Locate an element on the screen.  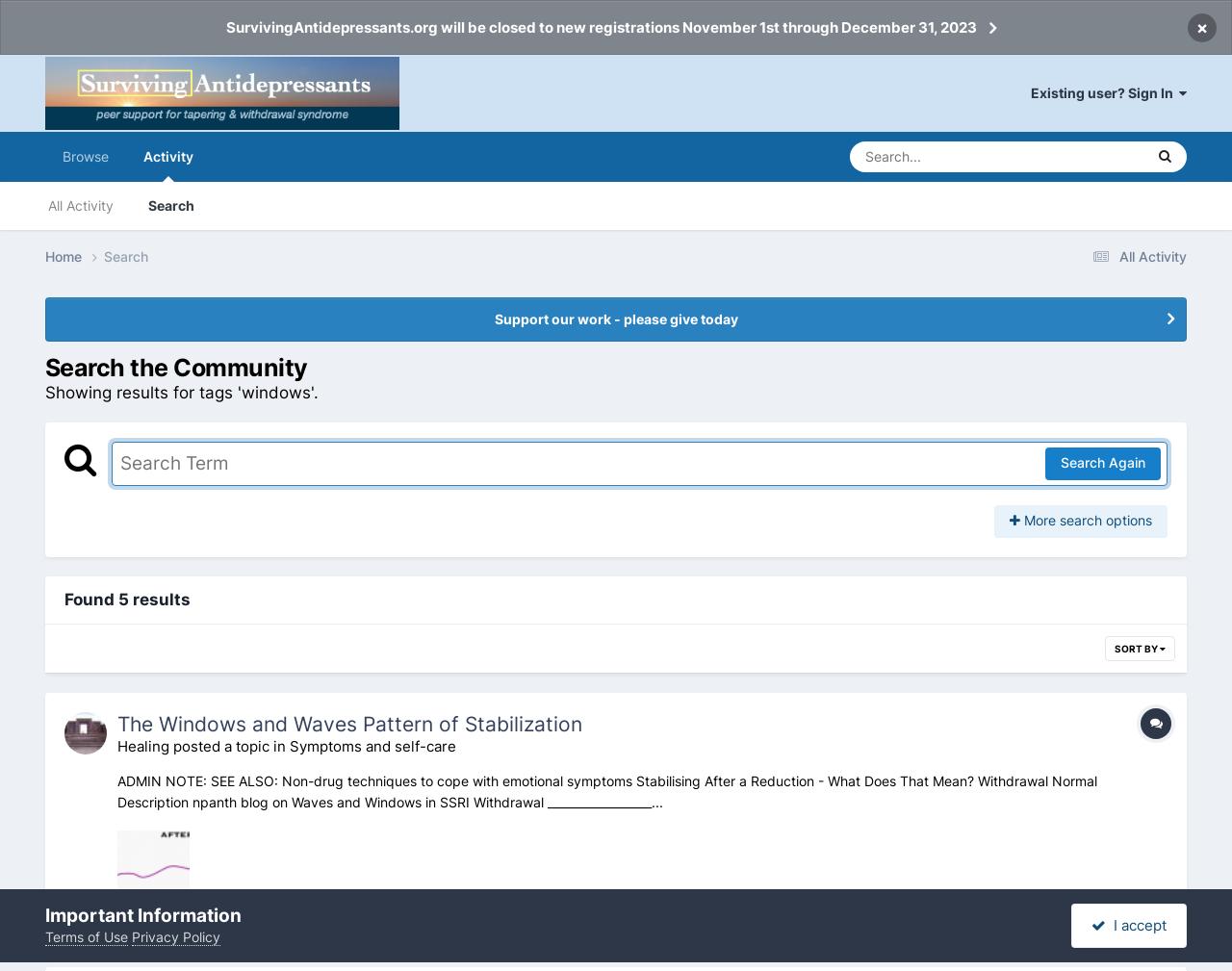
'Search the Community' is located at coordinates (176, 367).